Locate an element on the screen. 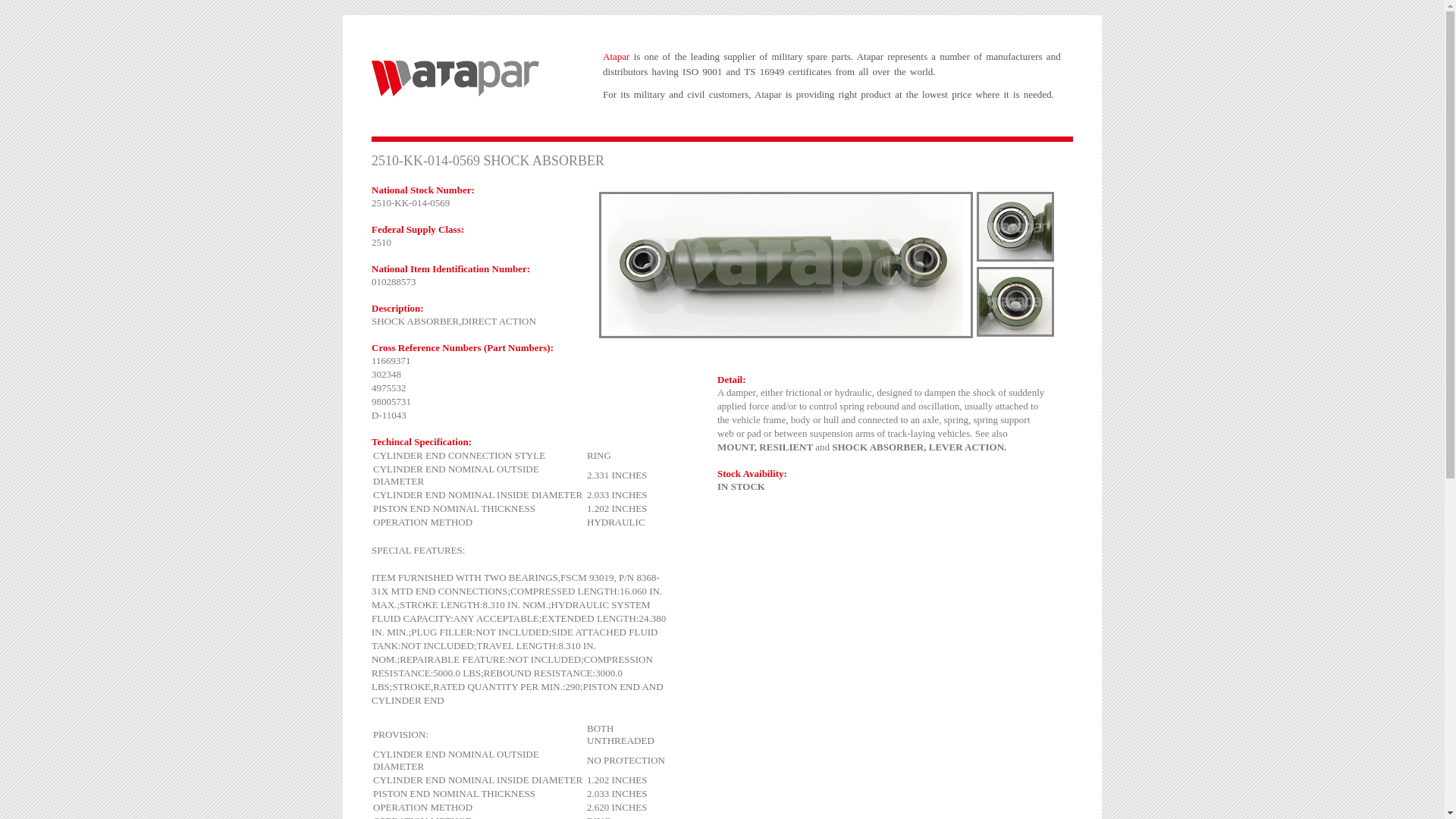  '2510-KK-014-0569' is located at coordinates (1015, 227).